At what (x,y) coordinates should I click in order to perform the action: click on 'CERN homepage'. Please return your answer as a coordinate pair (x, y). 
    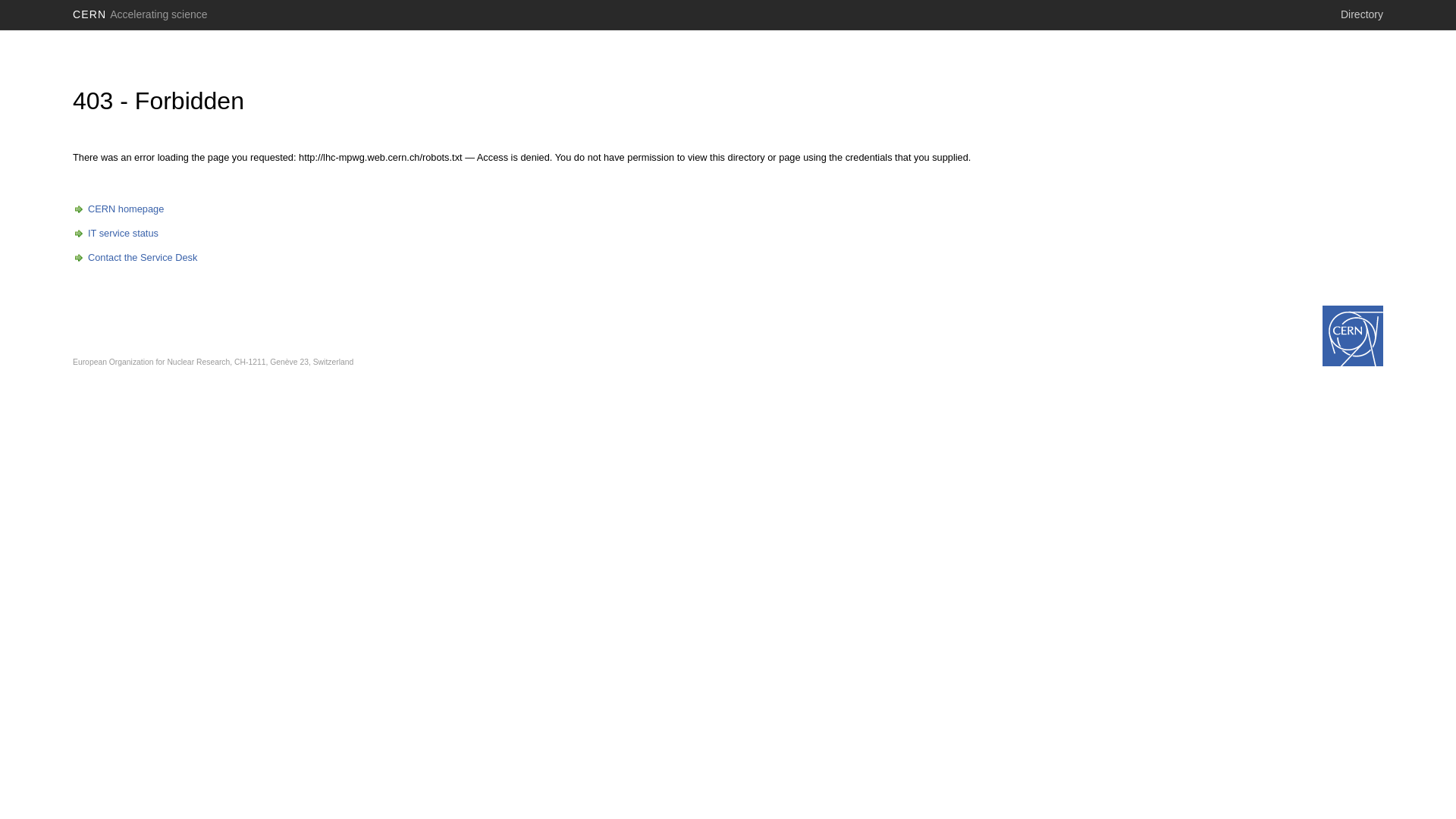
    Looking at the image, I should click on (118, 209).